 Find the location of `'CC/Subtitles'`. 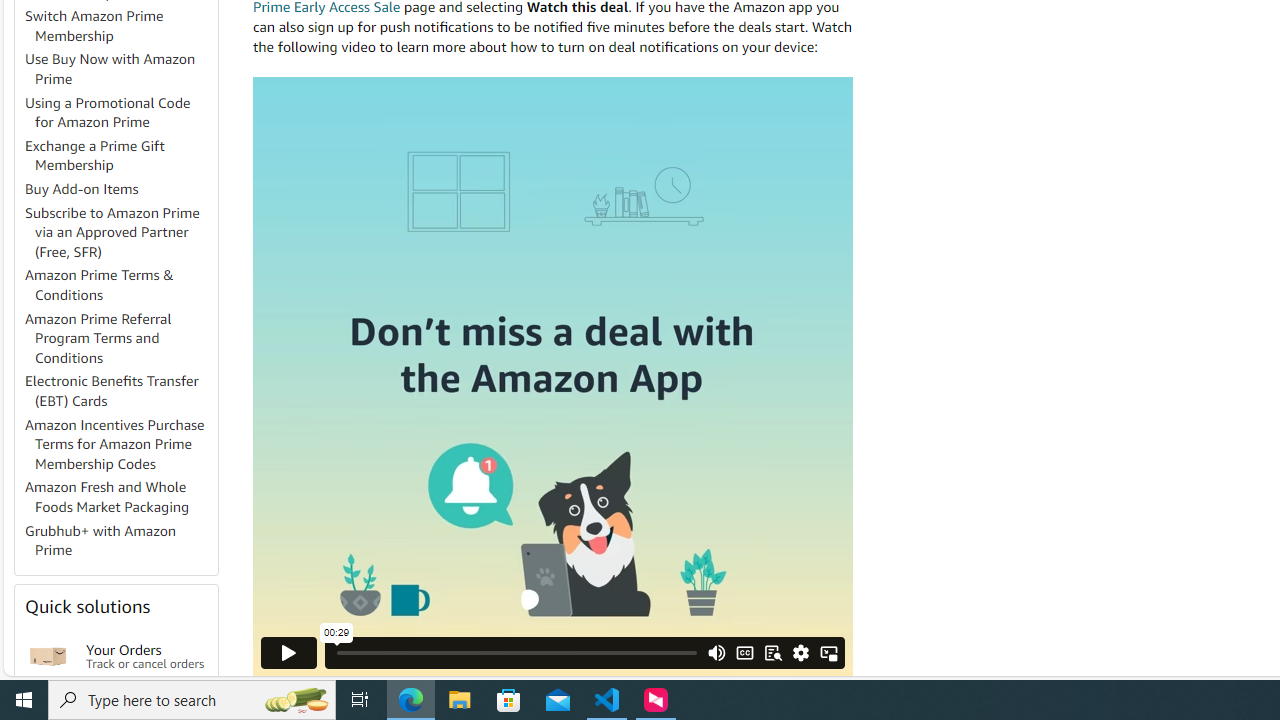

'CC/Subtitles' is located at coordinates (743, 652).